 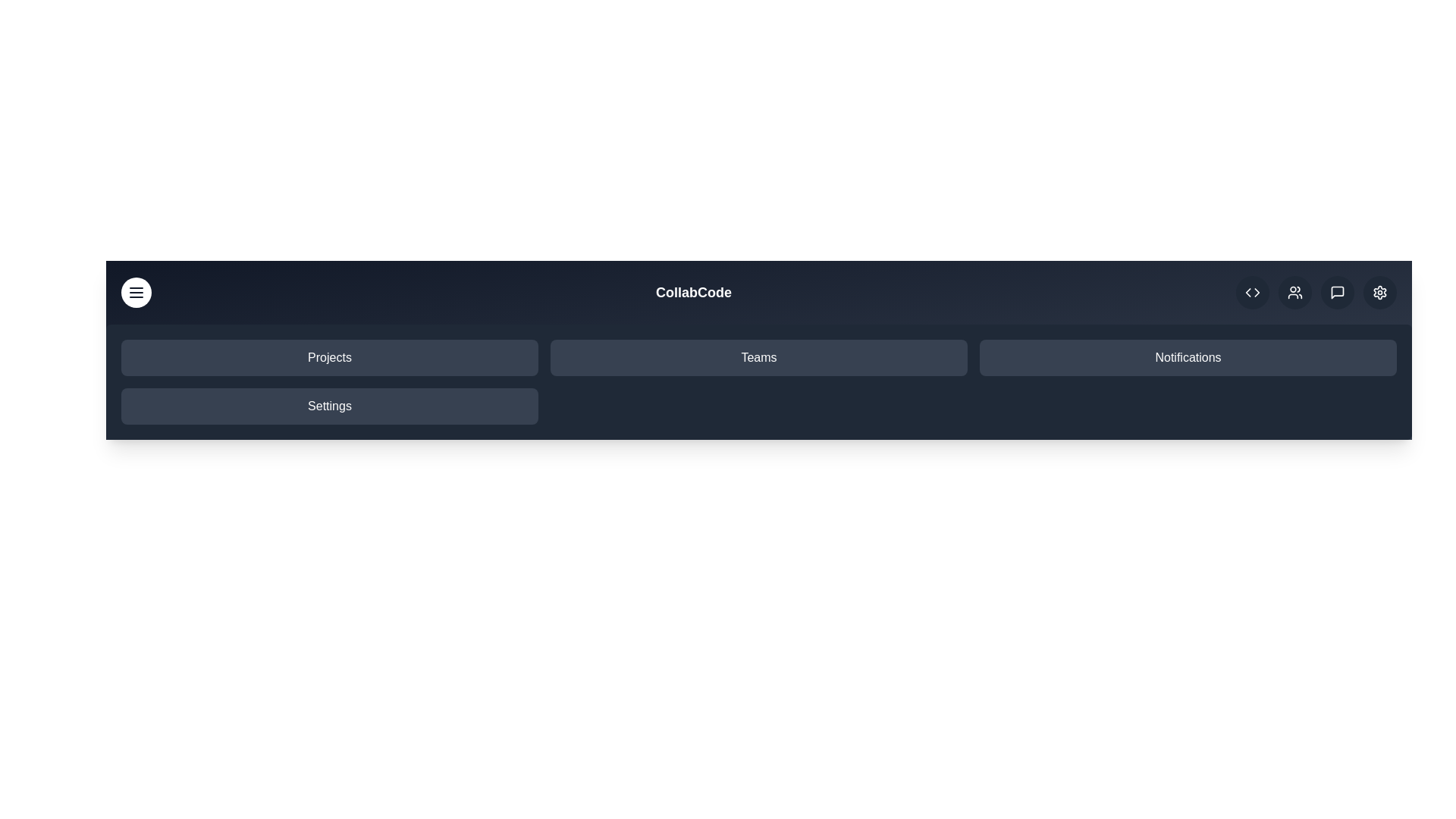 What do you see at coordinates (759, 357) in the screenshot?
I see `the navigation item 'Teams'` at bounding box center [759, 357].